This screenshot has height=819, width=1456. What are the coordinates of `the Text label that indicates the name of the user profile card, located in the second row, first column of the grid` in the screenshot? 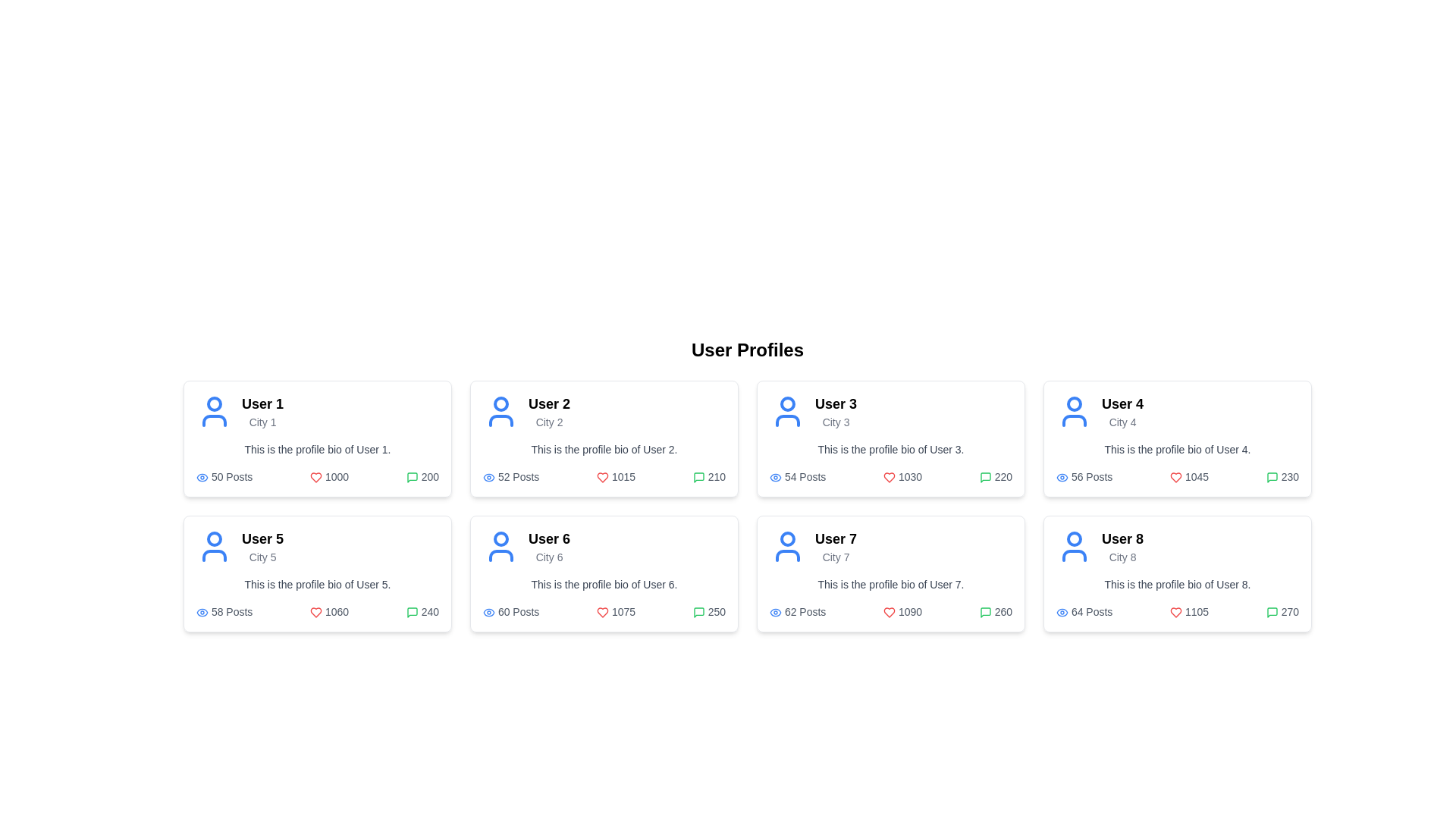 It's located at (262, 538).